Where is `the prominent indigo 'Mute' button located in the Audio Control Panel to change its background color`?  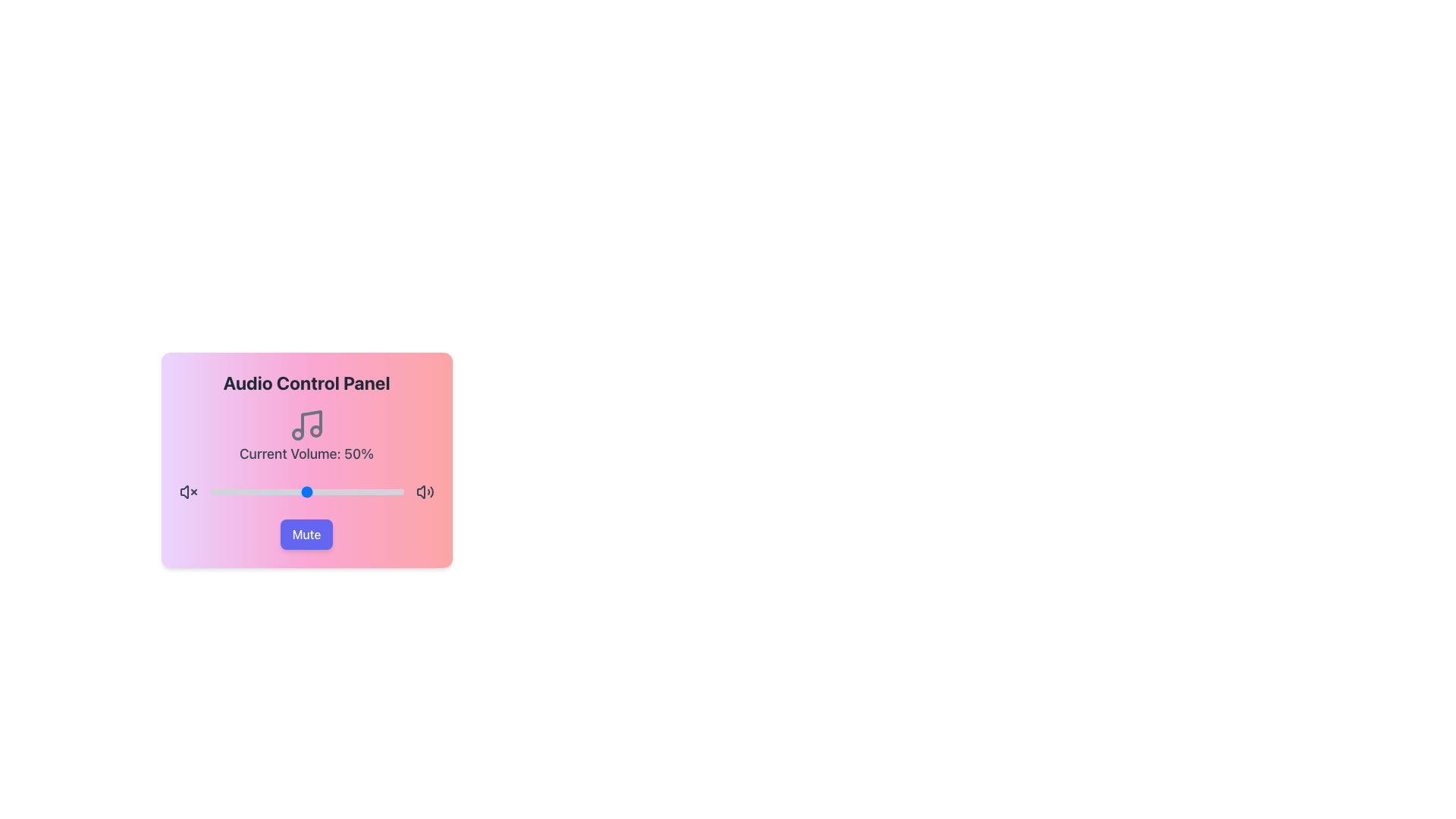
the prominent indigo 'Mute' button located in the Audio Control Panel to change its background color is located at coordinates (306, 534).